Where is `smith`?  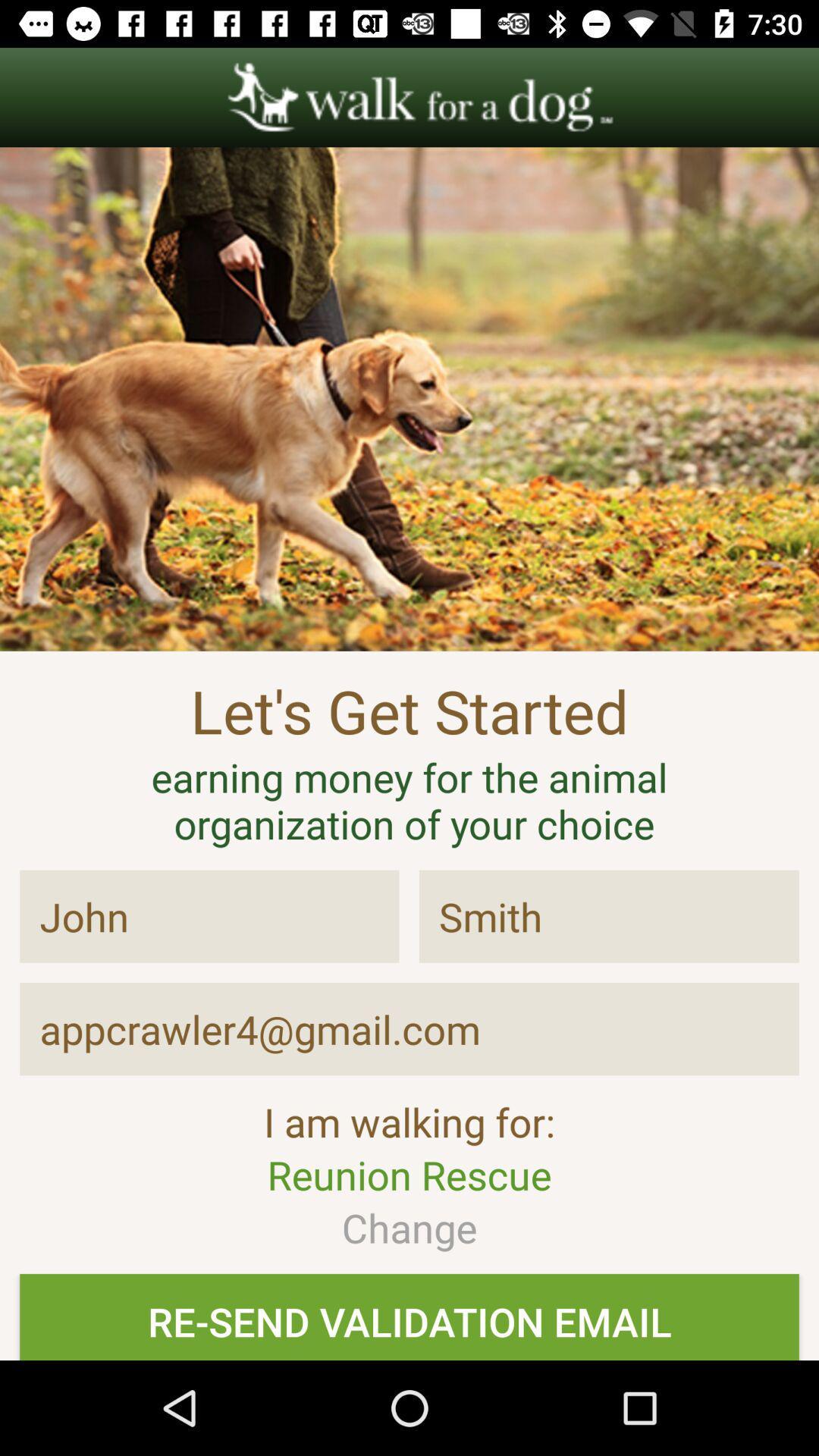 smith is located at coordinates (608, 916).